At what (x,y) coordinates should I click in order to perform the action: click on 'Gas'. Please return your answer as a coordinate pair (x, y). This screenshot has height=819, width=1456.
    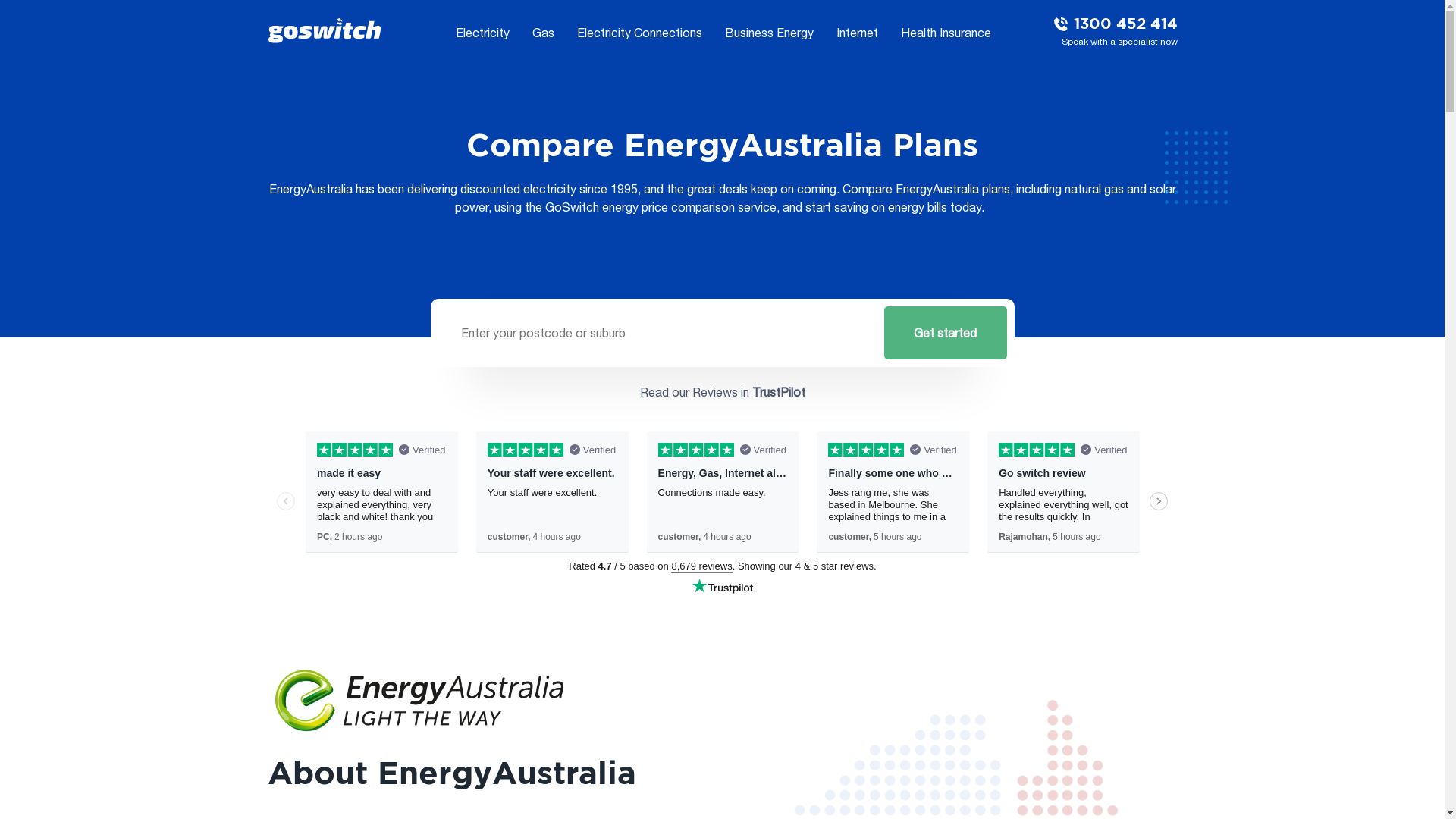
    Looking at the image, I should click on (543, 32).